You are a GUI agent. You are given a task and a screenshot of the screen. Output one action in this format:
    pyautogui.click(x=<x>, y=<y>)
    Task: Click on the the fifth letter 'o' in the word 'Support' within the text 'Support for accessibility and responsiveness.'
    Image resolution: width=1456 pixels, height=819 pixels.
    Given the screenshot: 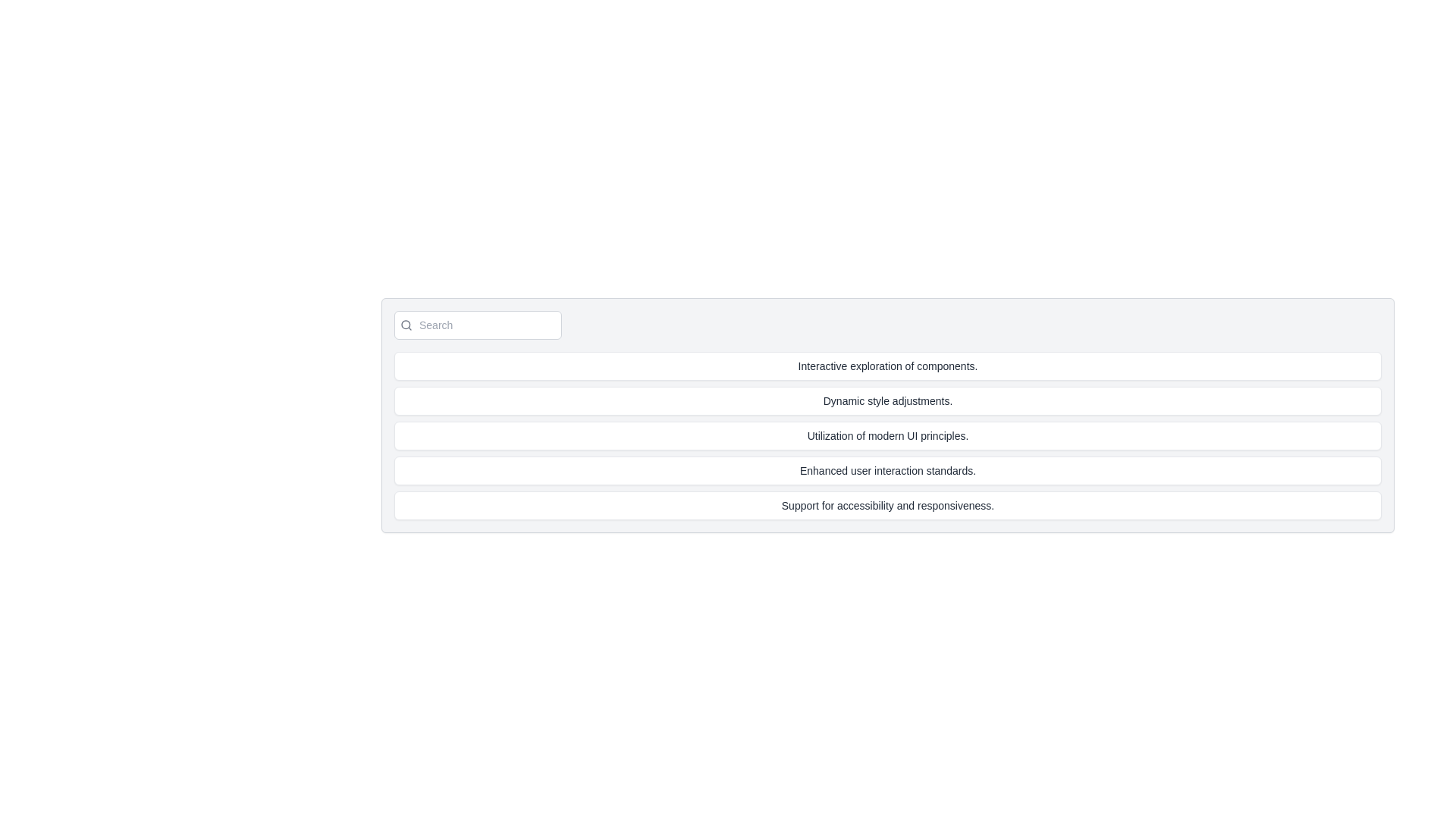 What is the action you would take?
    pyautogui.click(x=796, y=506)
    